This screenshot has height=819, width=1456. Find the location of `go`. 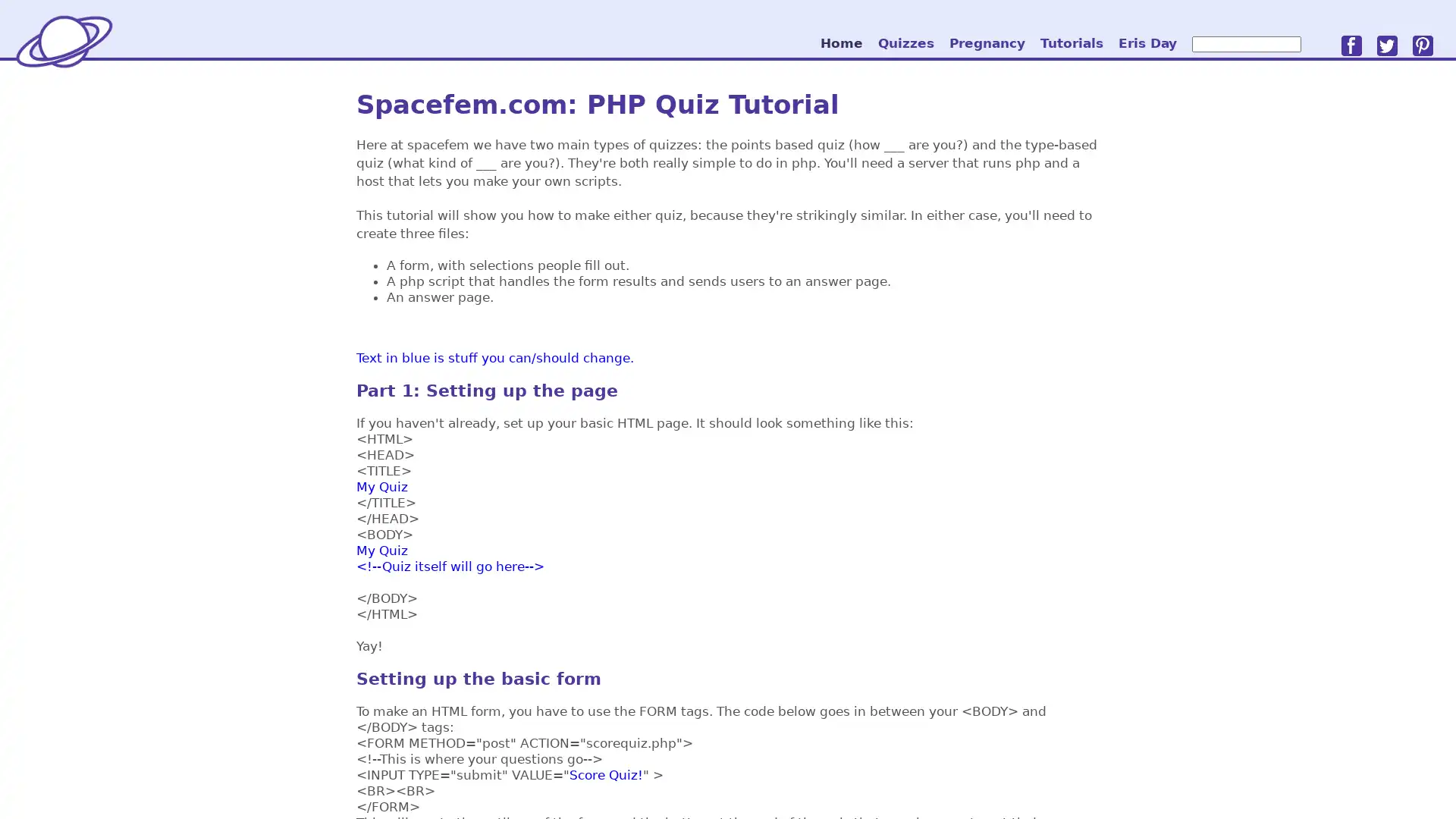

go is located at coordinates (1314, 42).